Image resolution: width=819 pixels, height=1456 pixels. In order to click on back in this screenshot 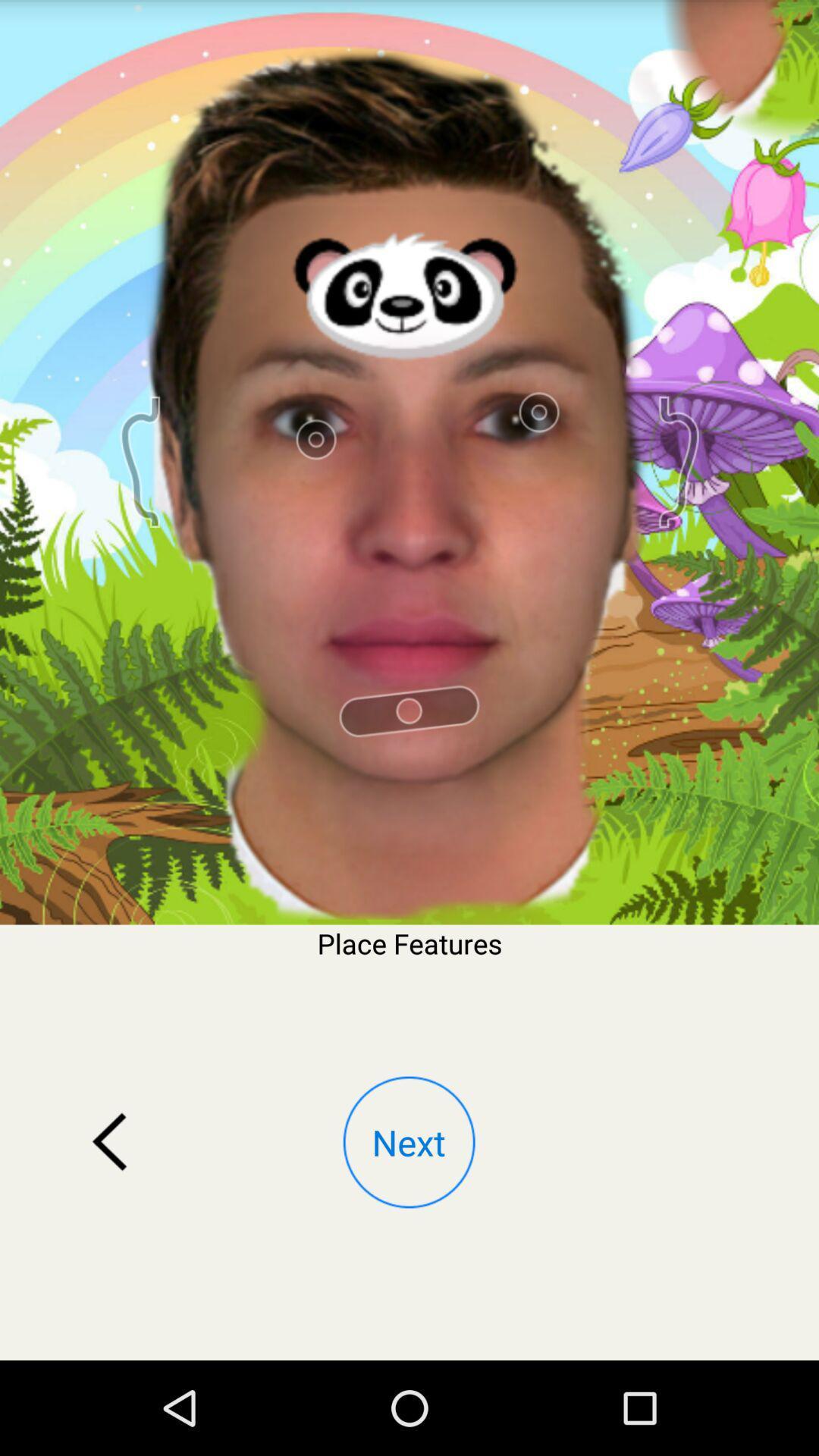, I will do `click(109, 1142)`.